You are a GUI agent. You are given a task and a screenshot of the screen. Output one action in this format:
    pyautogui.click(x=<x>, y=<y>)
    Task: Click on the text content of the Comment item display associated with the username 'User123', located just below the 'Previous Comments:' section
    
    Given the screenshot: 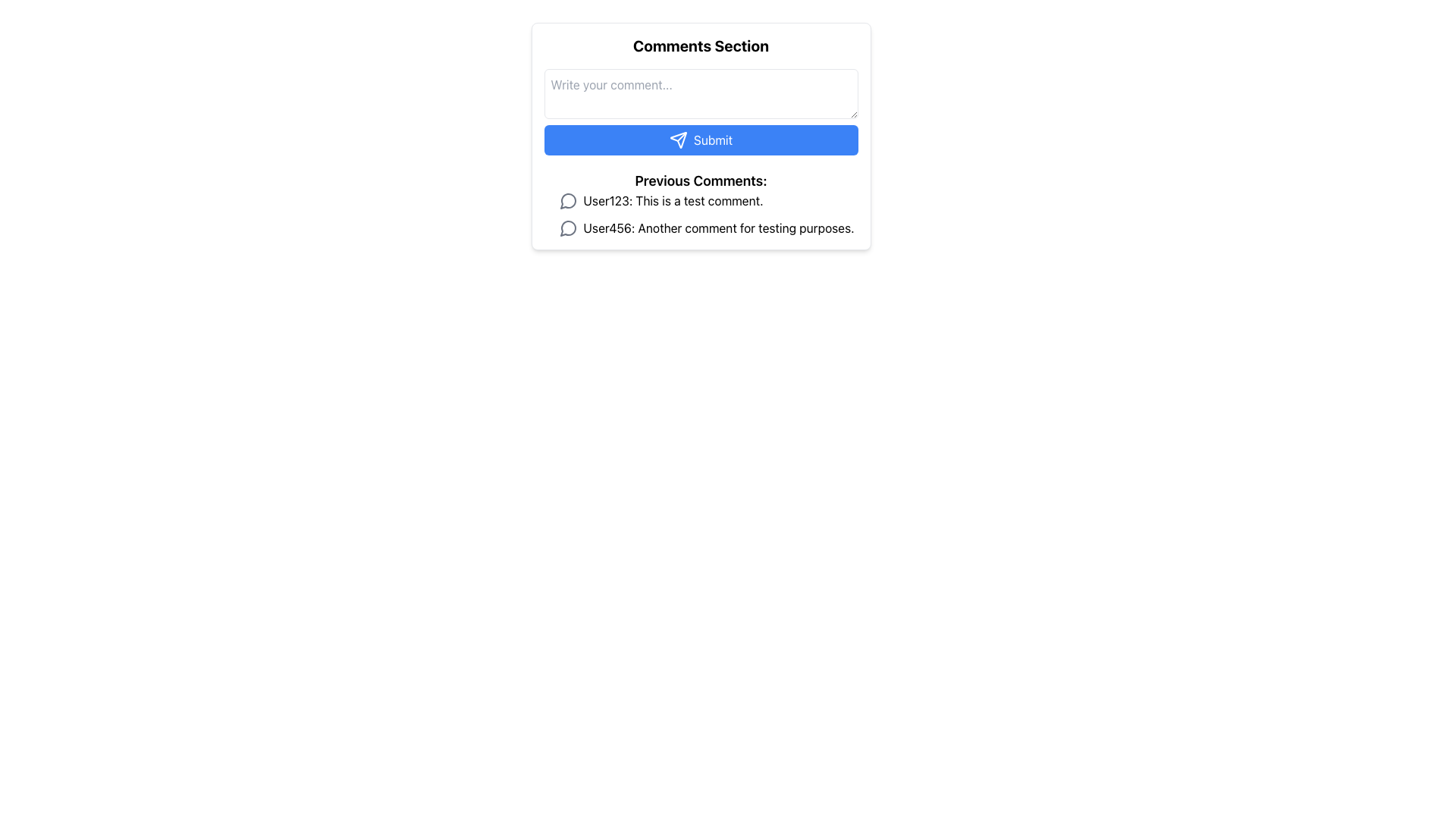 What is the action you would take?
    pyautogui.click(x=708, y=200)
    